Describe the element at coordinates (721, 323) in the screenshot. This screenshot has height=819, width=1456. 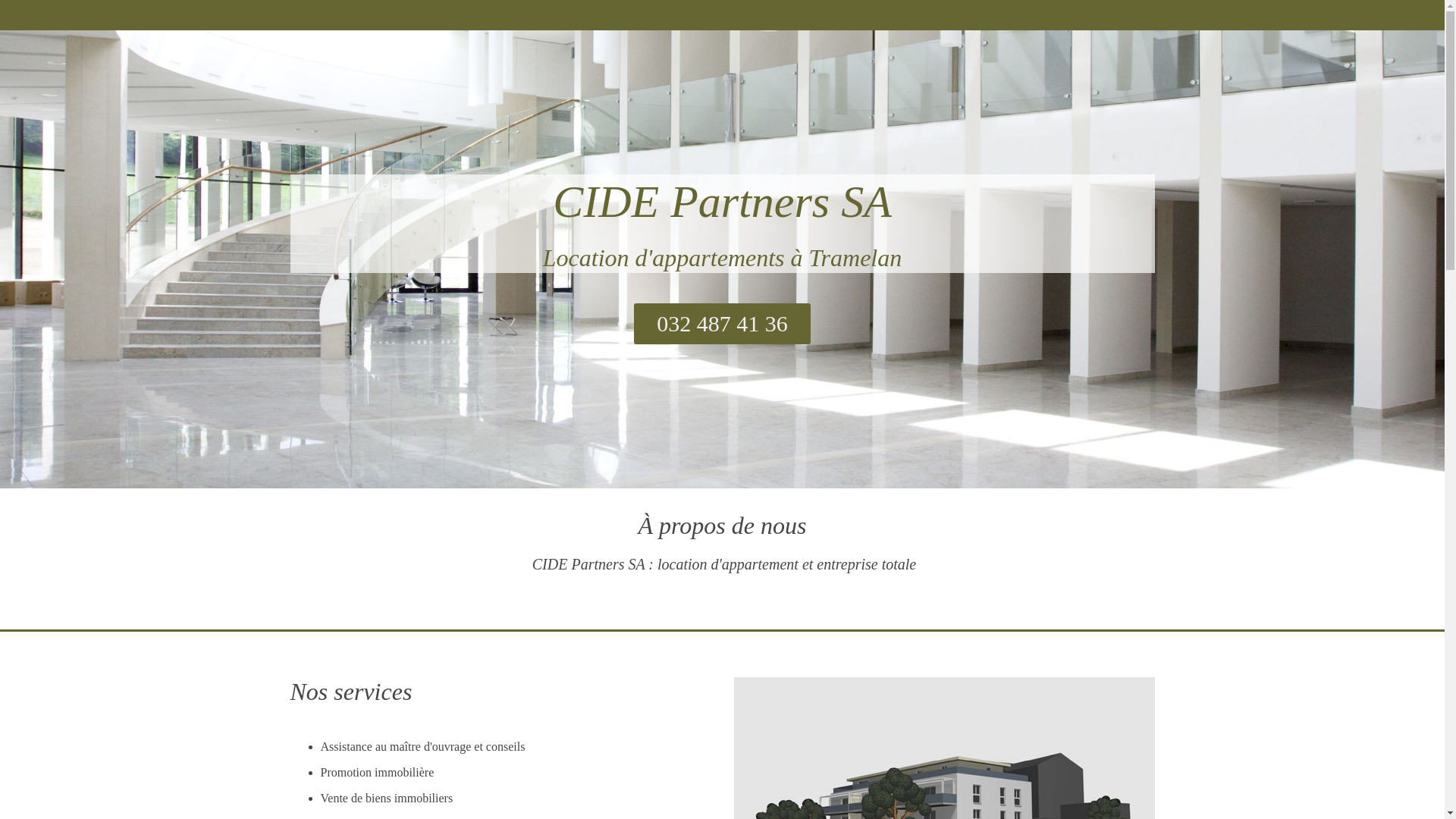
I see `'032 487 41 36'` at that location.